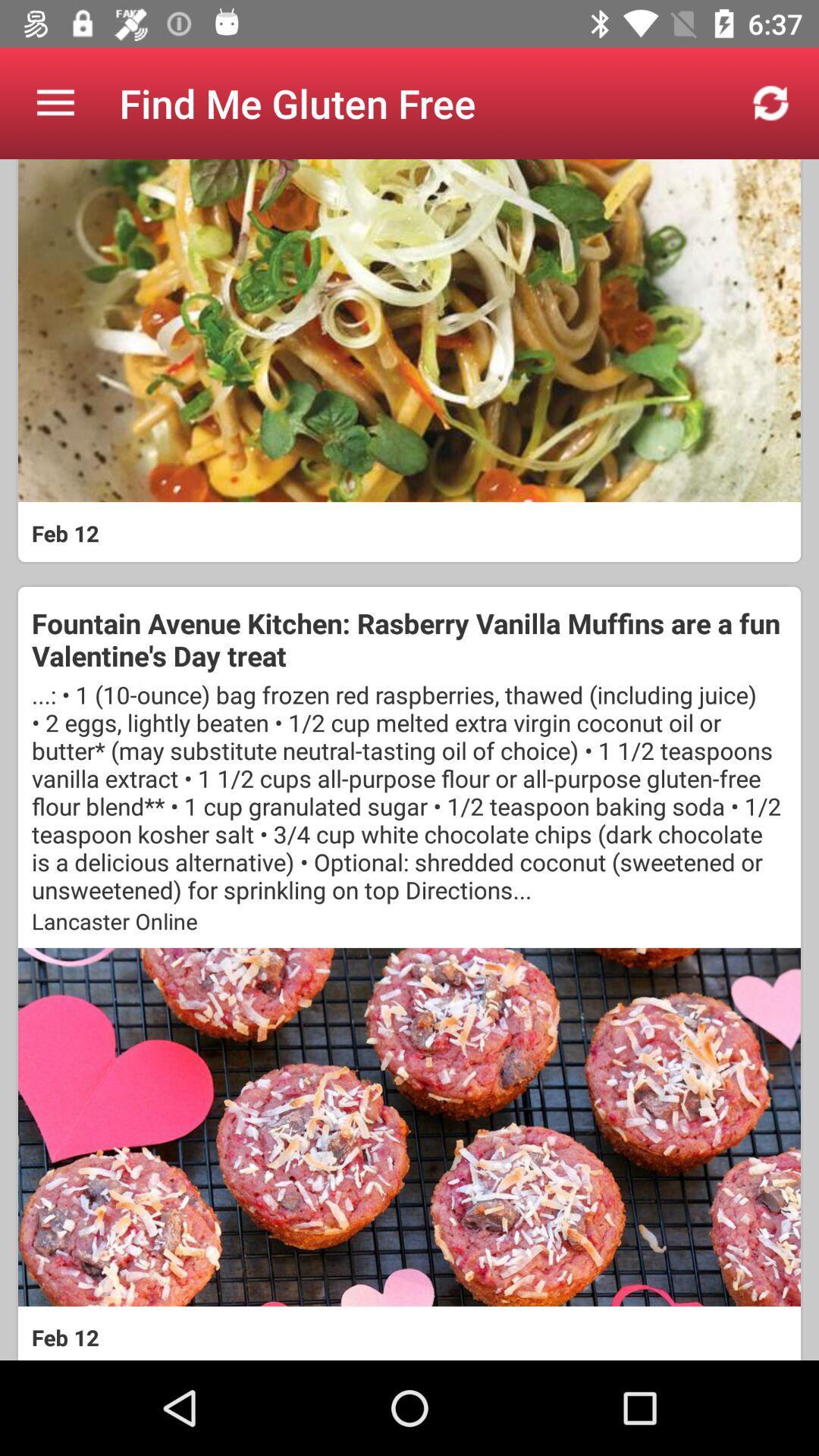 Image resolution: width=819 pixels, height=1456 pixels. I want to click on item next to the find me gluten app, so click(771, 102).